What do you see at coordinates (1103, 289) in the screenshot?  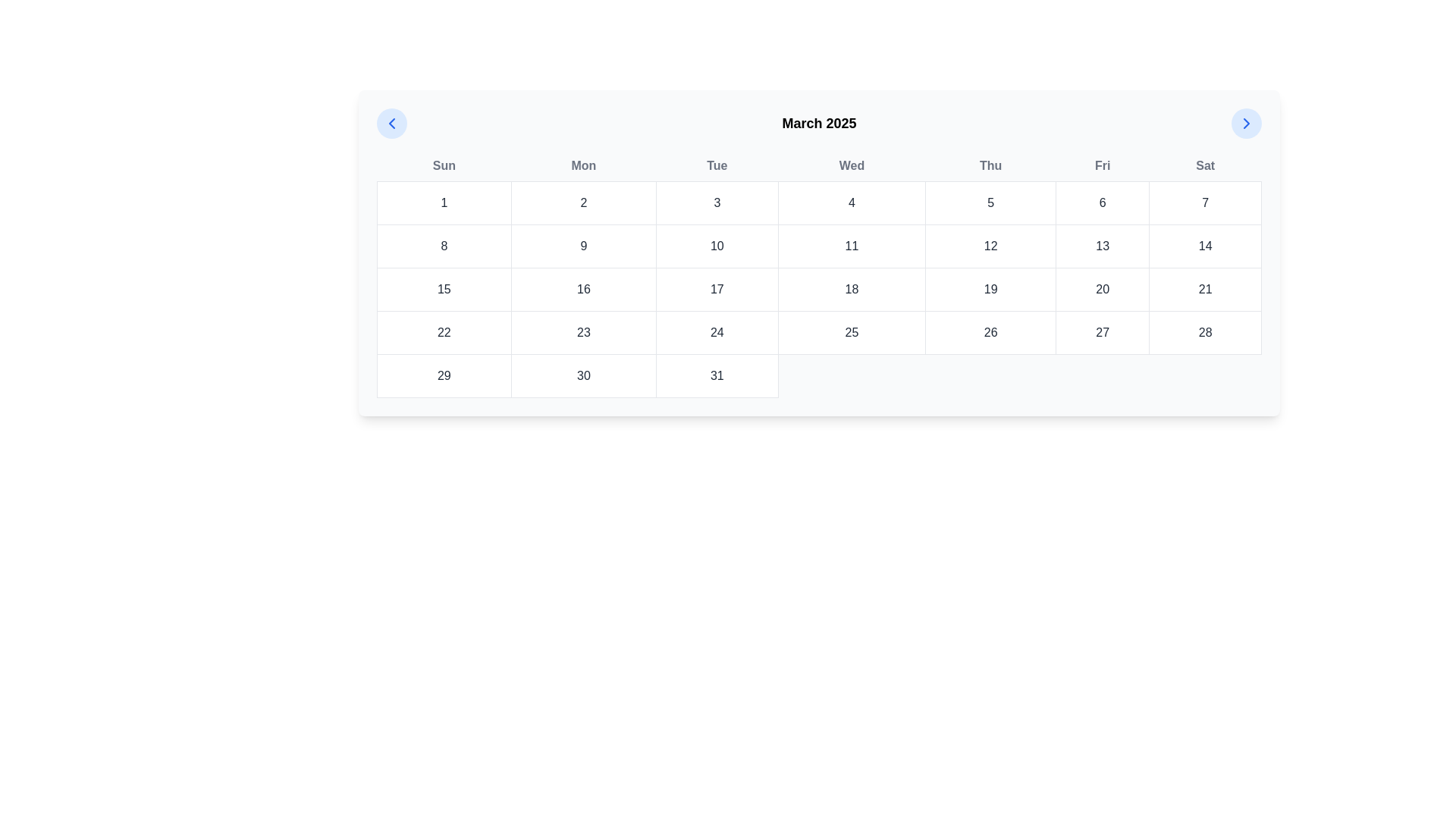 I see `the calendar date cell element displaying the number '20', which has a white background and gray text, located in the fifth row under the Friday column` at bounding box center [1103, 289].